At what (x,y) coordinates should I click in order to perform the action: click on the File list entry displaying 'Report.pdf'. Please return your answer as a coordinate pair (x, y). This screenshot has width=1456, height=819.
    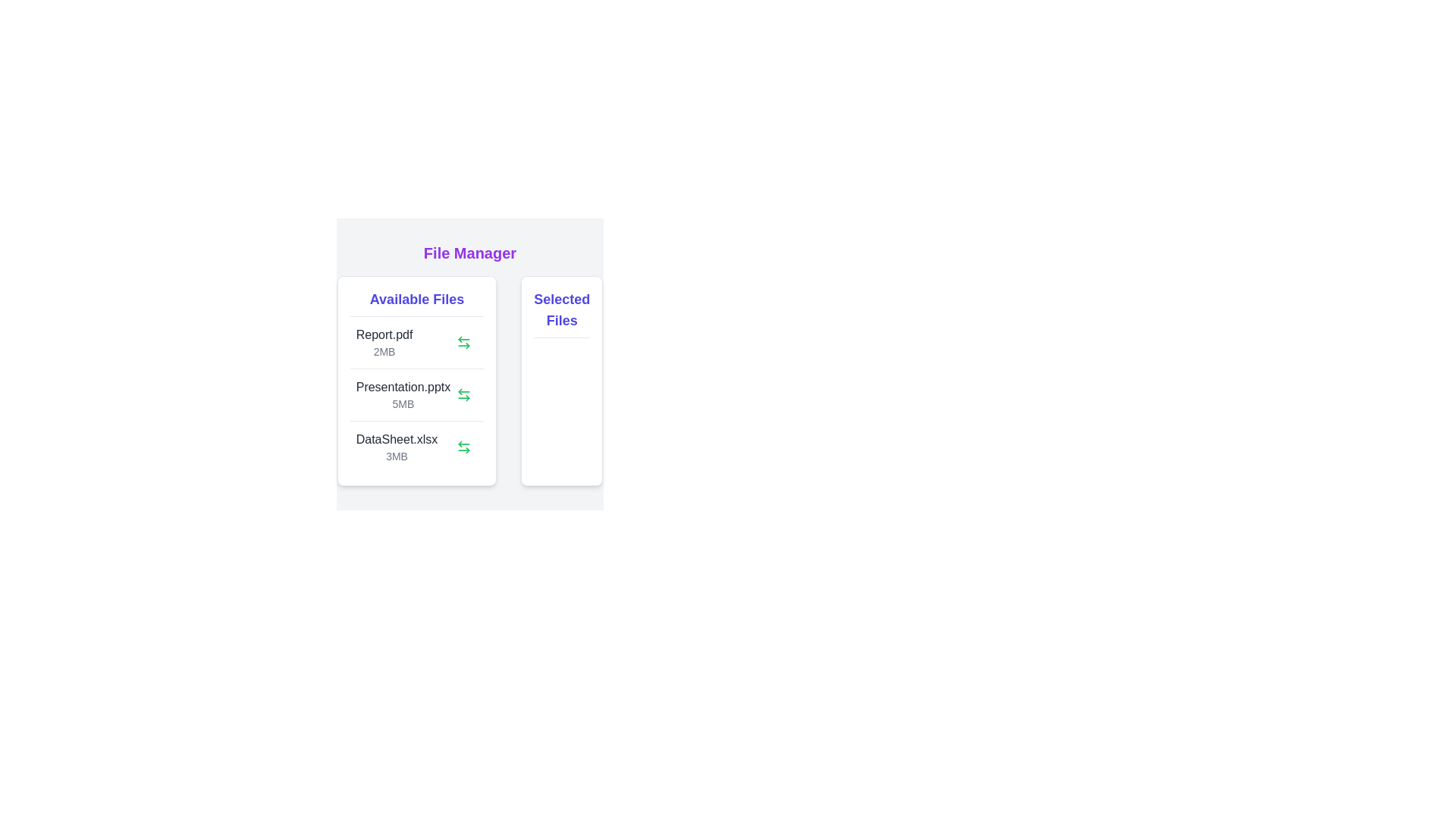
    Looking at the image, I should click on (384, 342).